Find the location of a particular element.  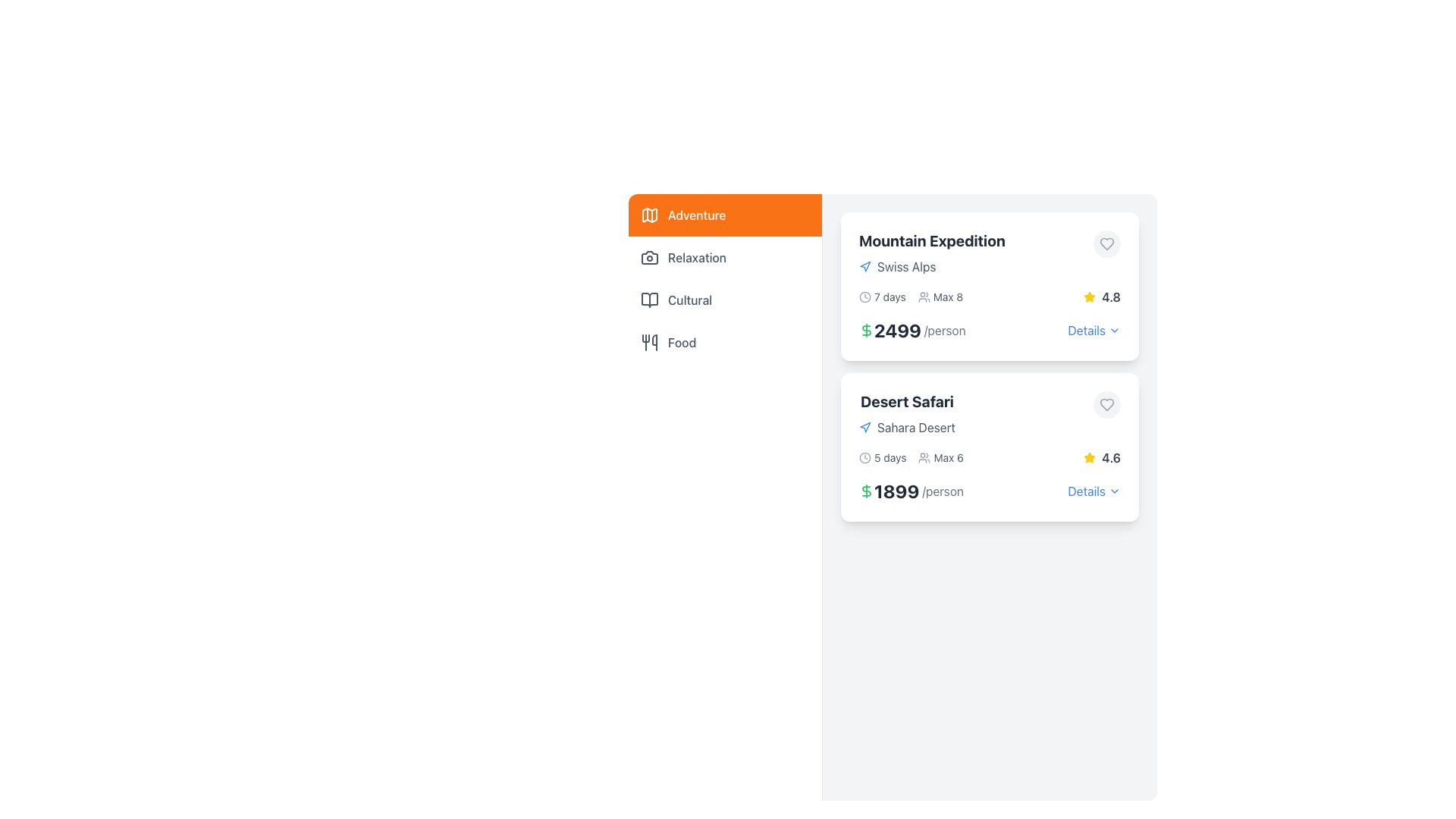

the text label displaying '7 days' in gray font, which is part of the 'Mountain Expedition' travel package card and follows a clock icon is located at coordinates (890, 297).